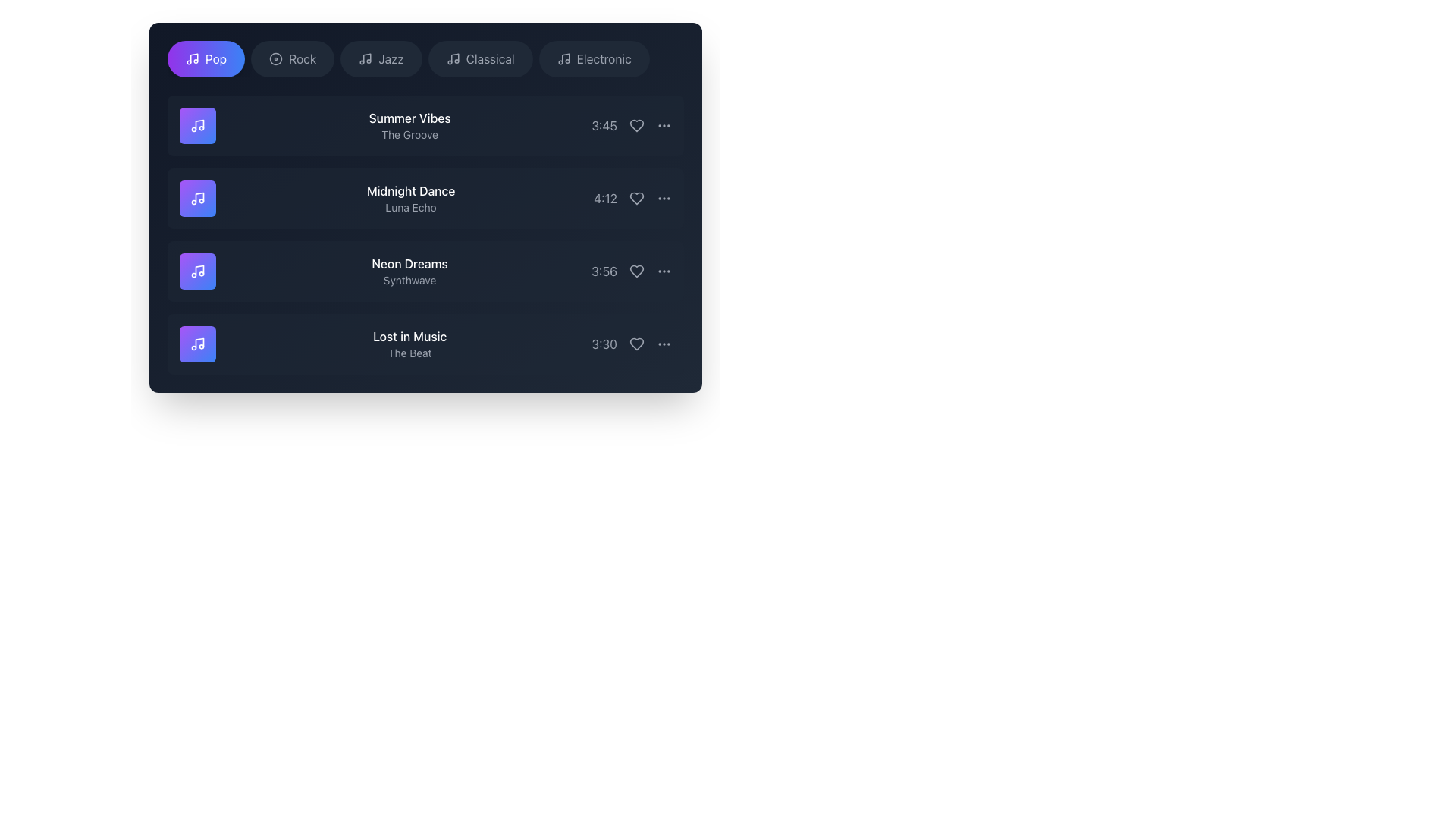 The image size is (1456, 819). I want to click on the 'Classical' button which contains a minimalist icon resembling musical notes, indicating audio features, so click(452, 58).